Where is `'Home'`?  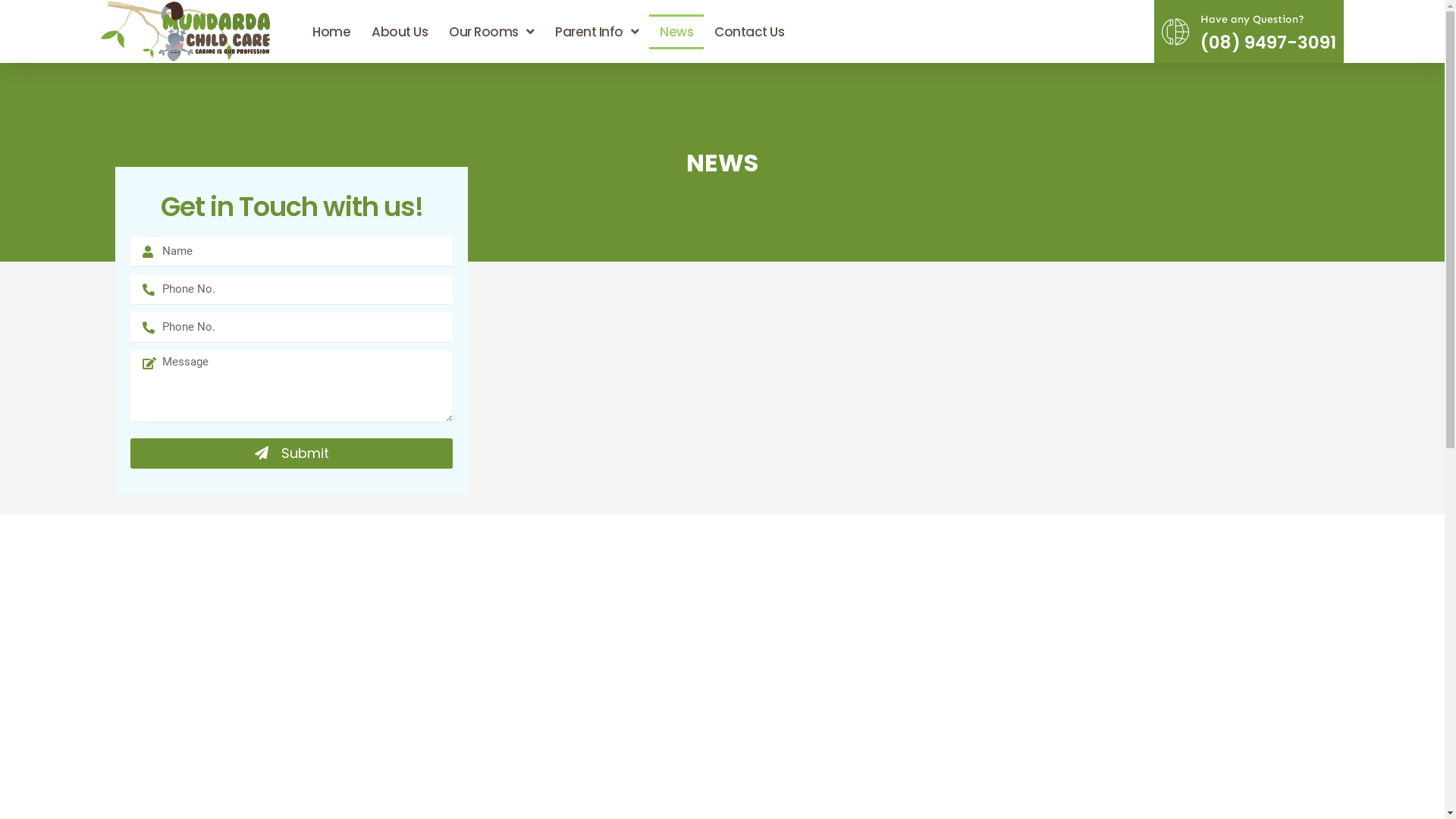 'Home' is located at coordinates (302, 32).